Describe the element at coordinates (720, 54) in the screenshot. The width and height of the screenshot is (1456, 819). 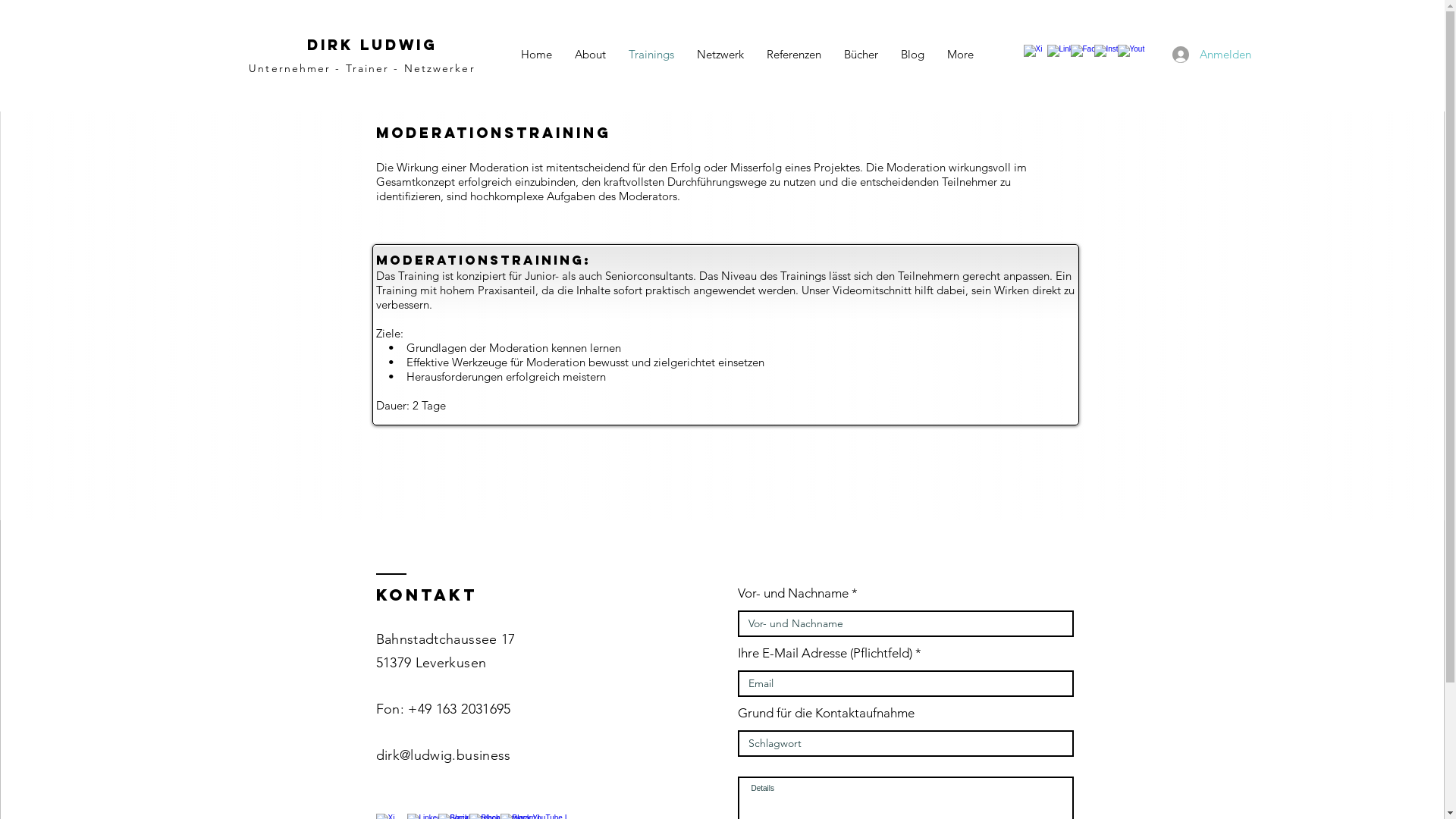
I see `'Netzwerk'` at that location.